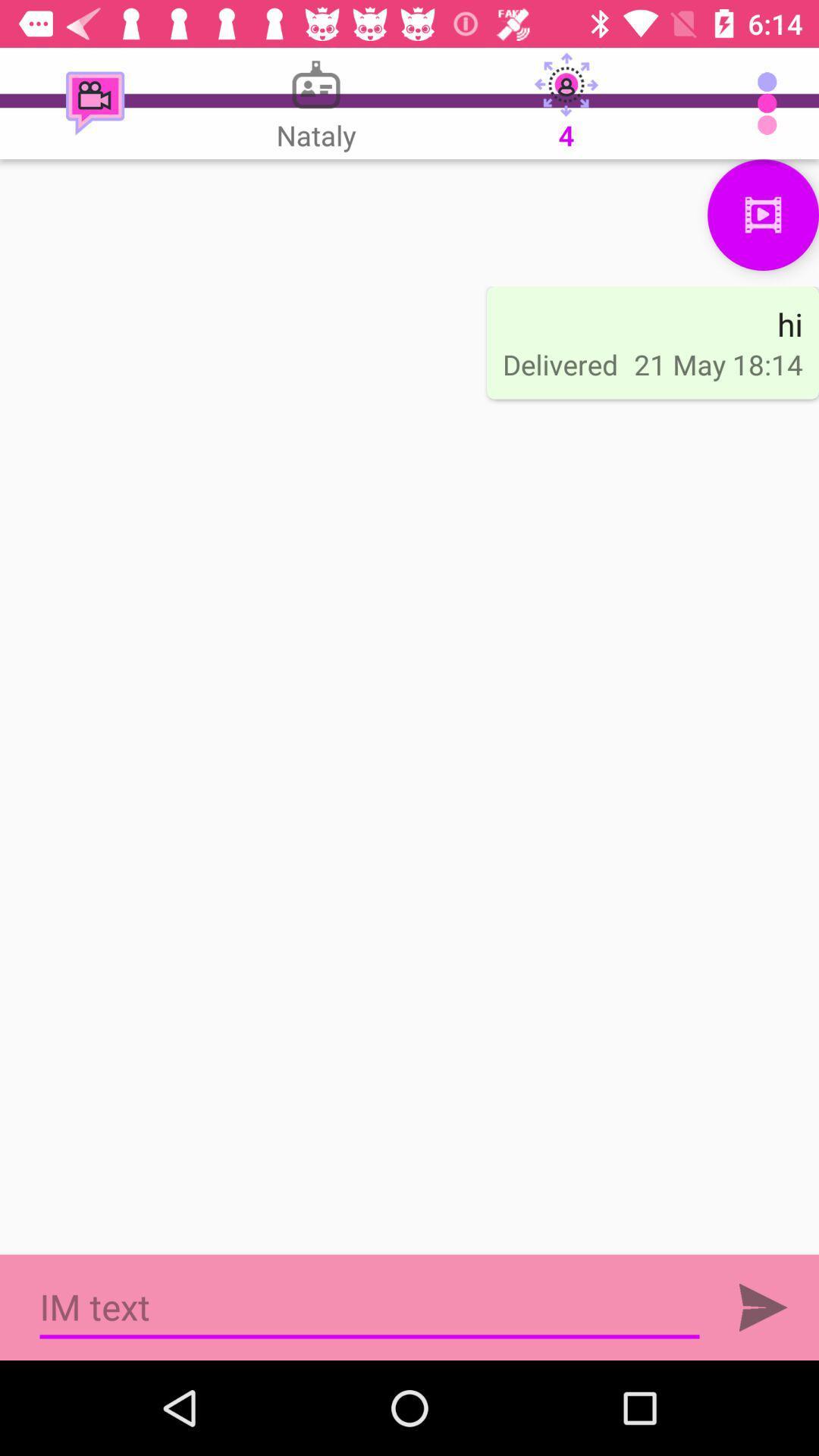 This screenshot has height=1456, width=819. Describe the element at coordinates (763, 1307) in the screenshot. I see `text` at that location.